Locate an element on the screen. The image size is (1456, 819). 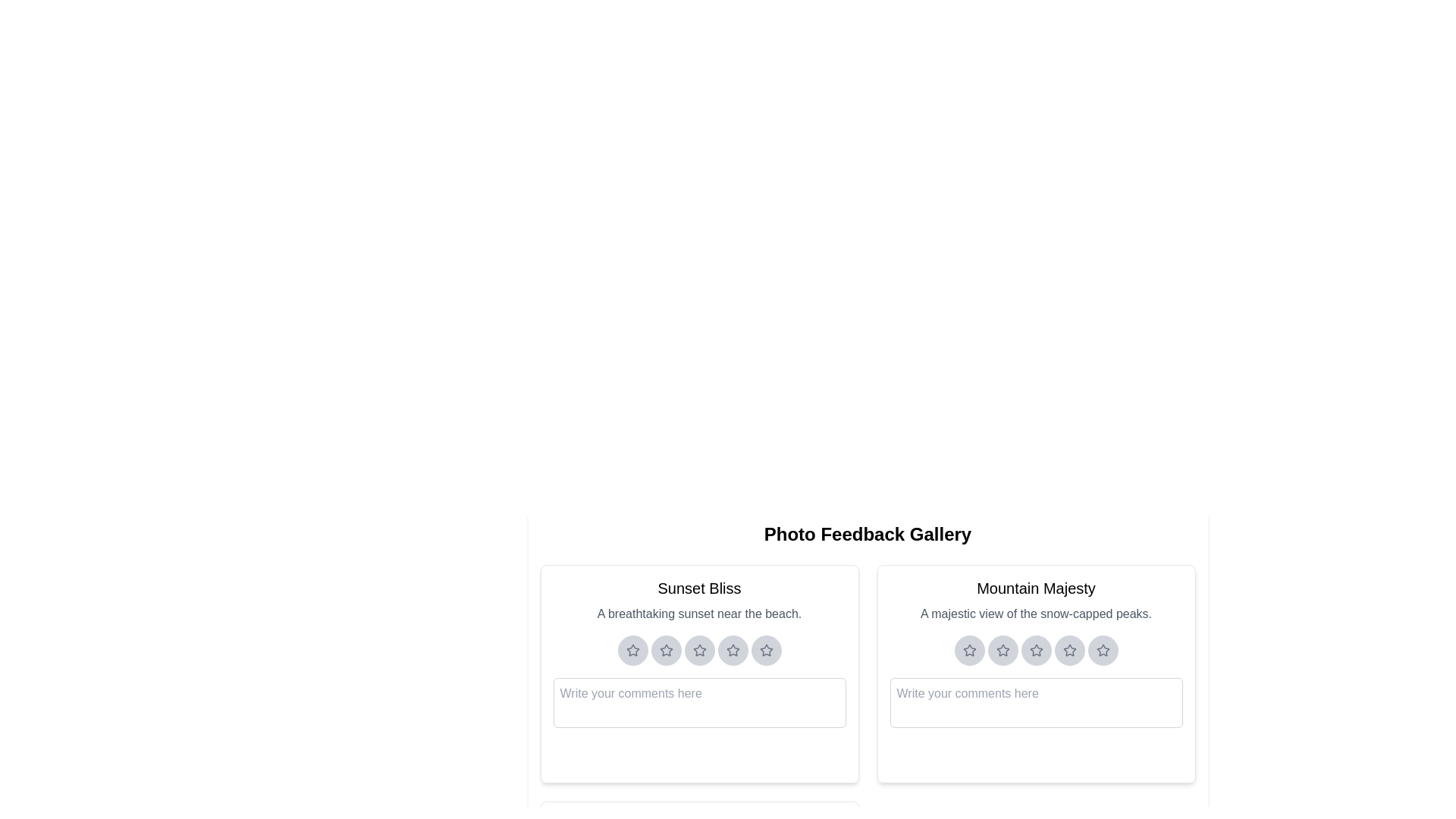
the second star icon in the horizontal arrangement of five stars under 'Mountain Majesty' is located at coordinates (1003, 649).